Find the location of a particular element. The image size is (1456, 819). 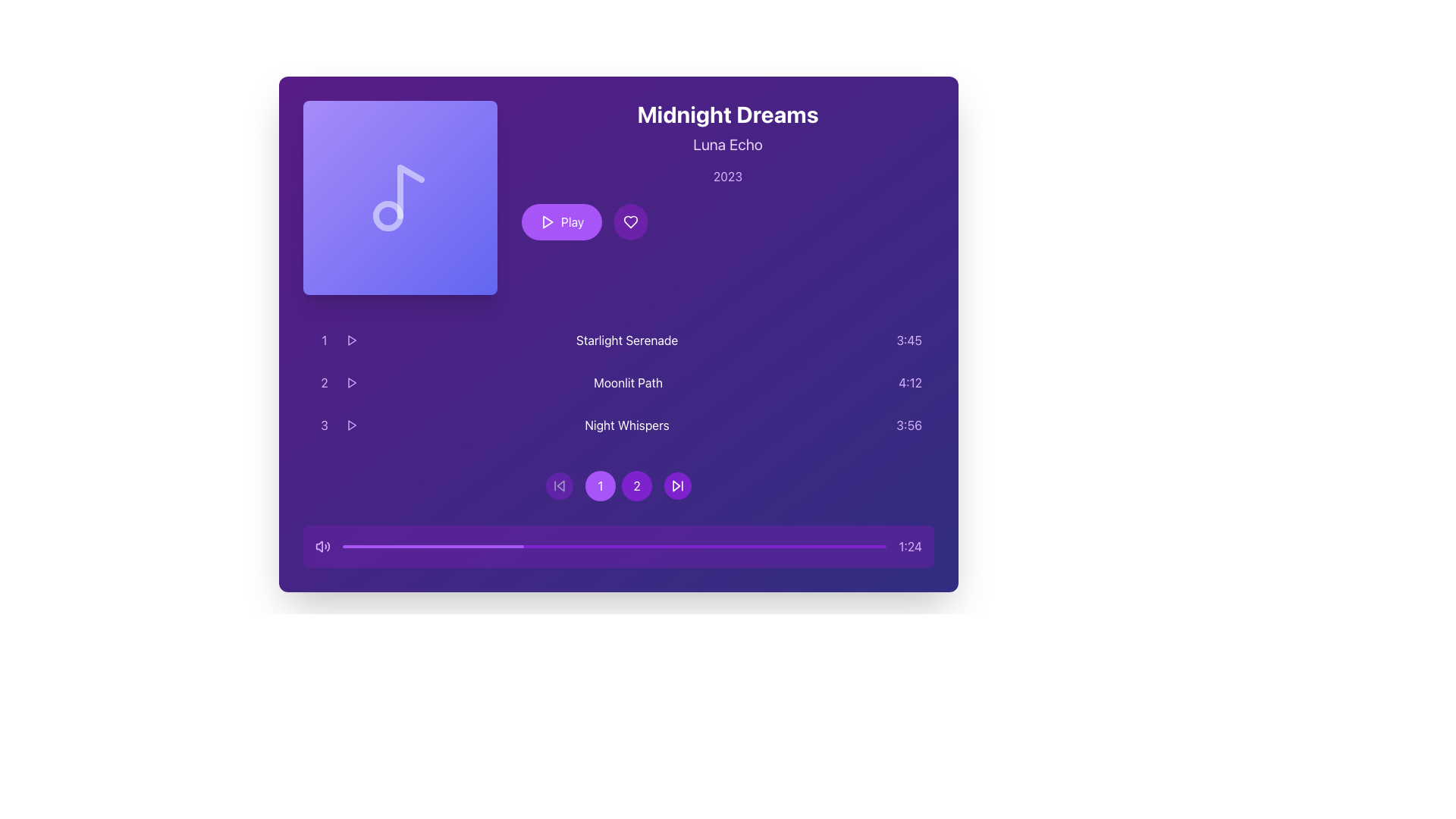

the progress is located at coordinates (366, 547).